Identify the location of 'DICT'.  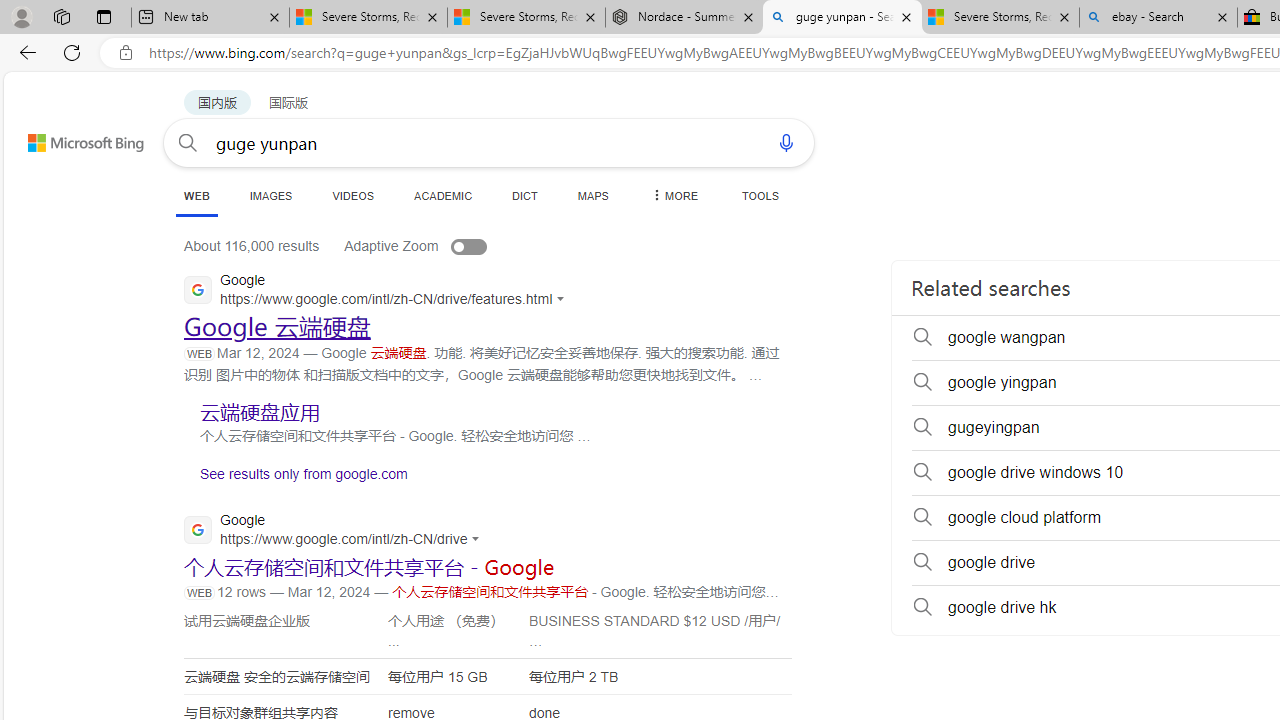
(525, 195).